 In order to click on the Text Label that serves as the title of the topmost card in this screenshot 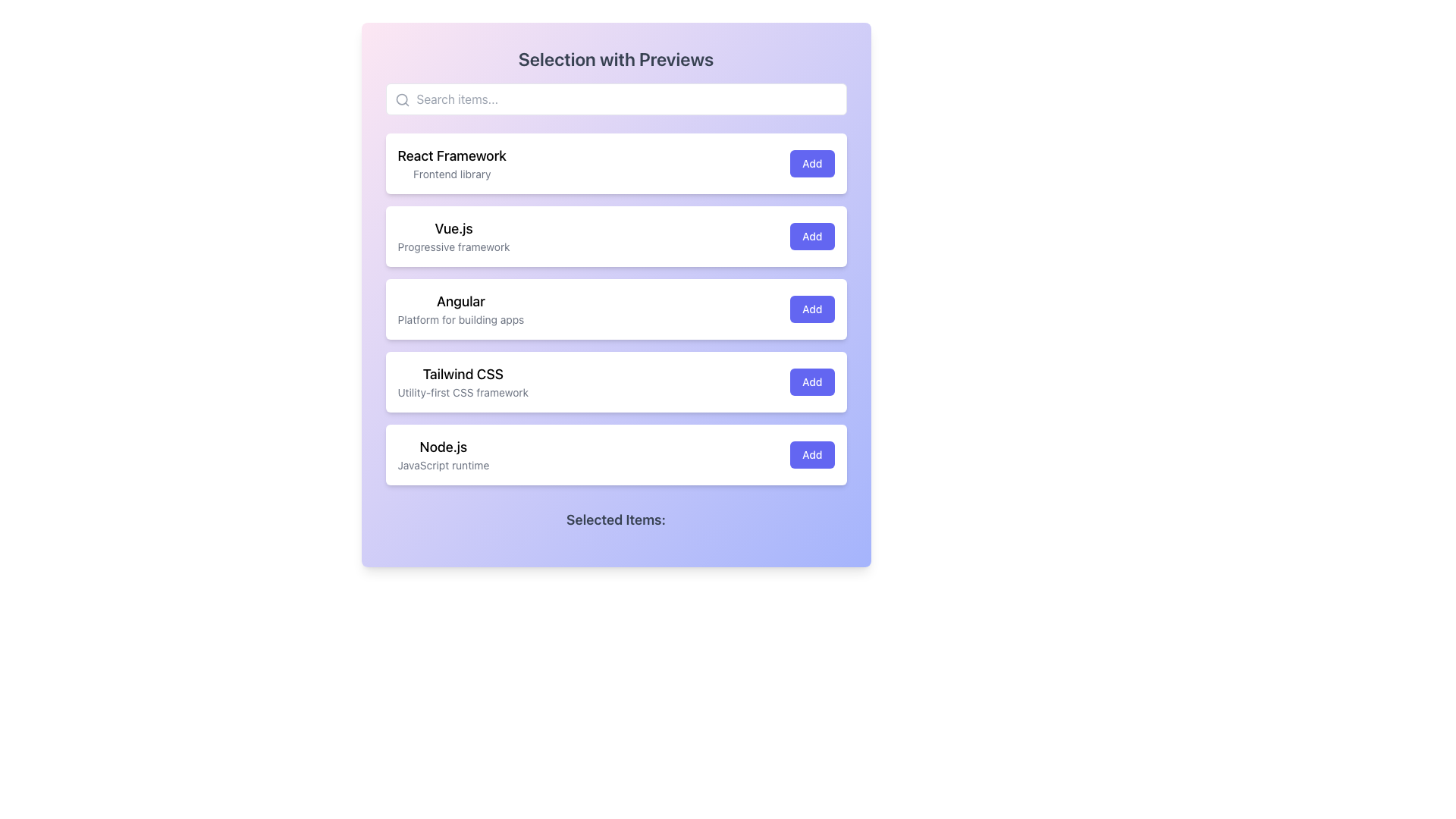, I will do `click(450, 155)`.